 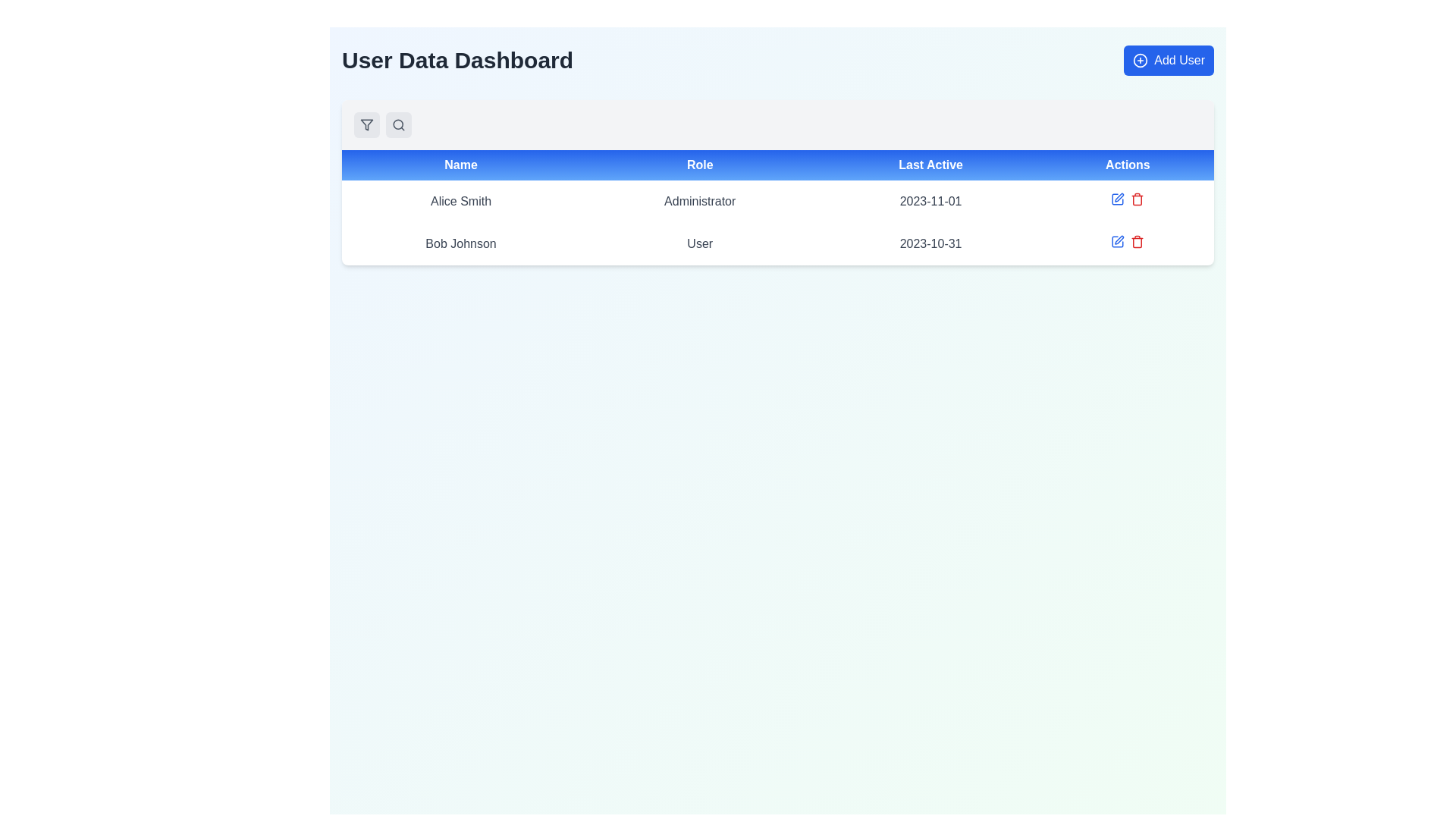 I want to click on the button with a magnifying glass icon, so click(x=399, y=124).